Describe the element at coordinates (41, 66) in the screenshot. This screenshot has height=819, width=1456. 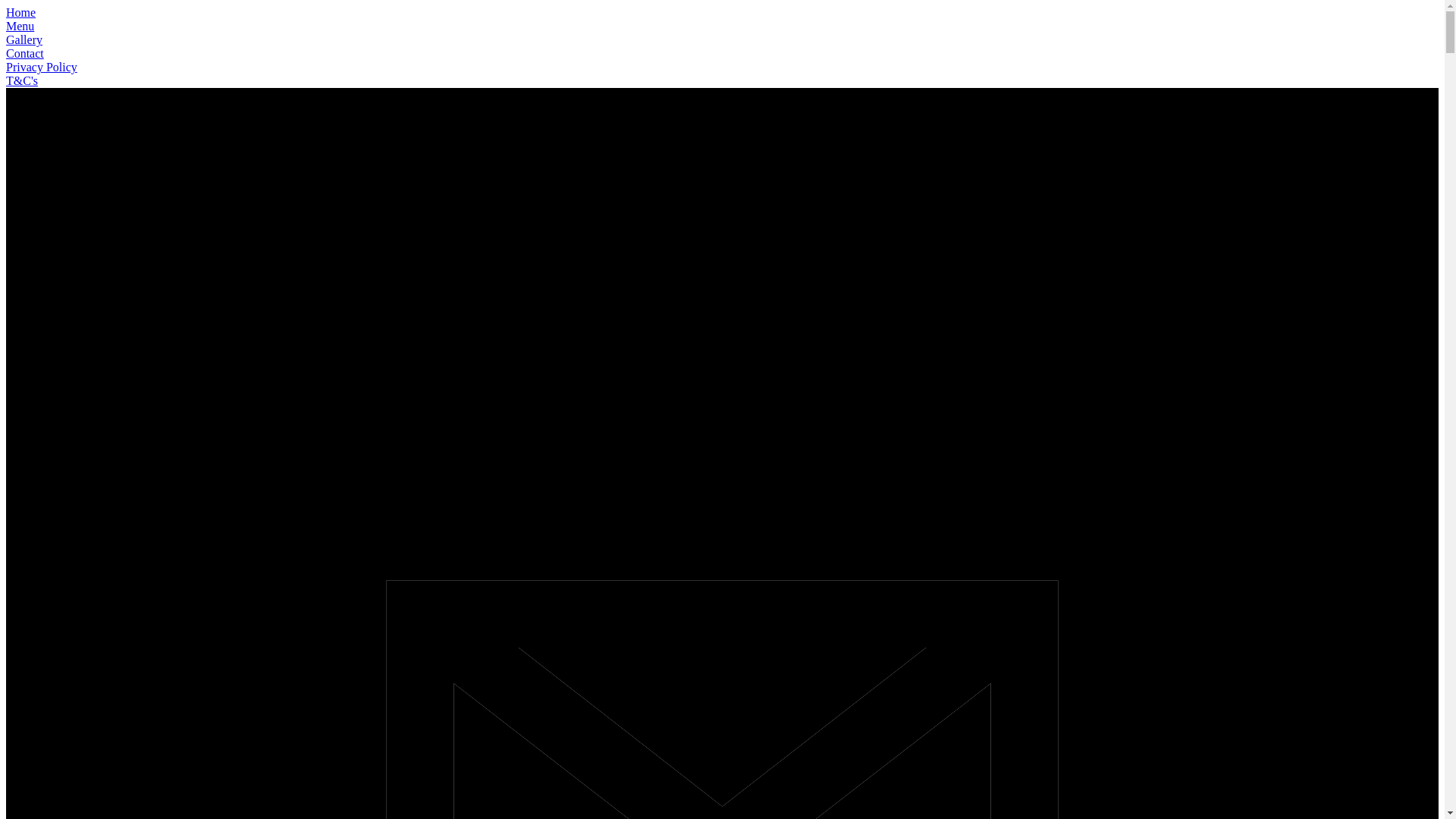
I see `'Privacy Policy'` at that location.